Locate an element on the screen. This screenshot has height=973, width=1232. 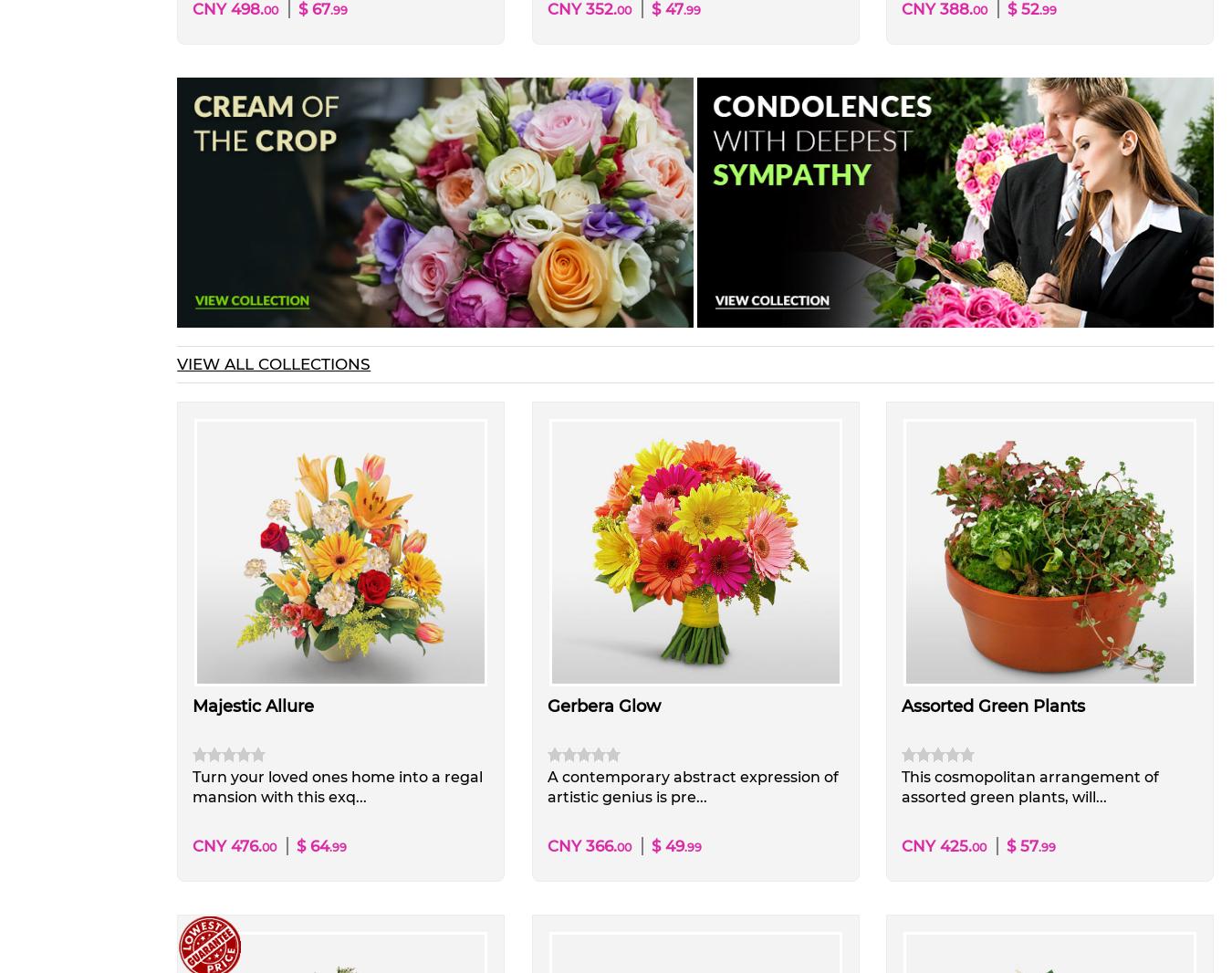
'Turn your loved ones home into a regal mansion with this exq...' is located at coordinates (193, 787).